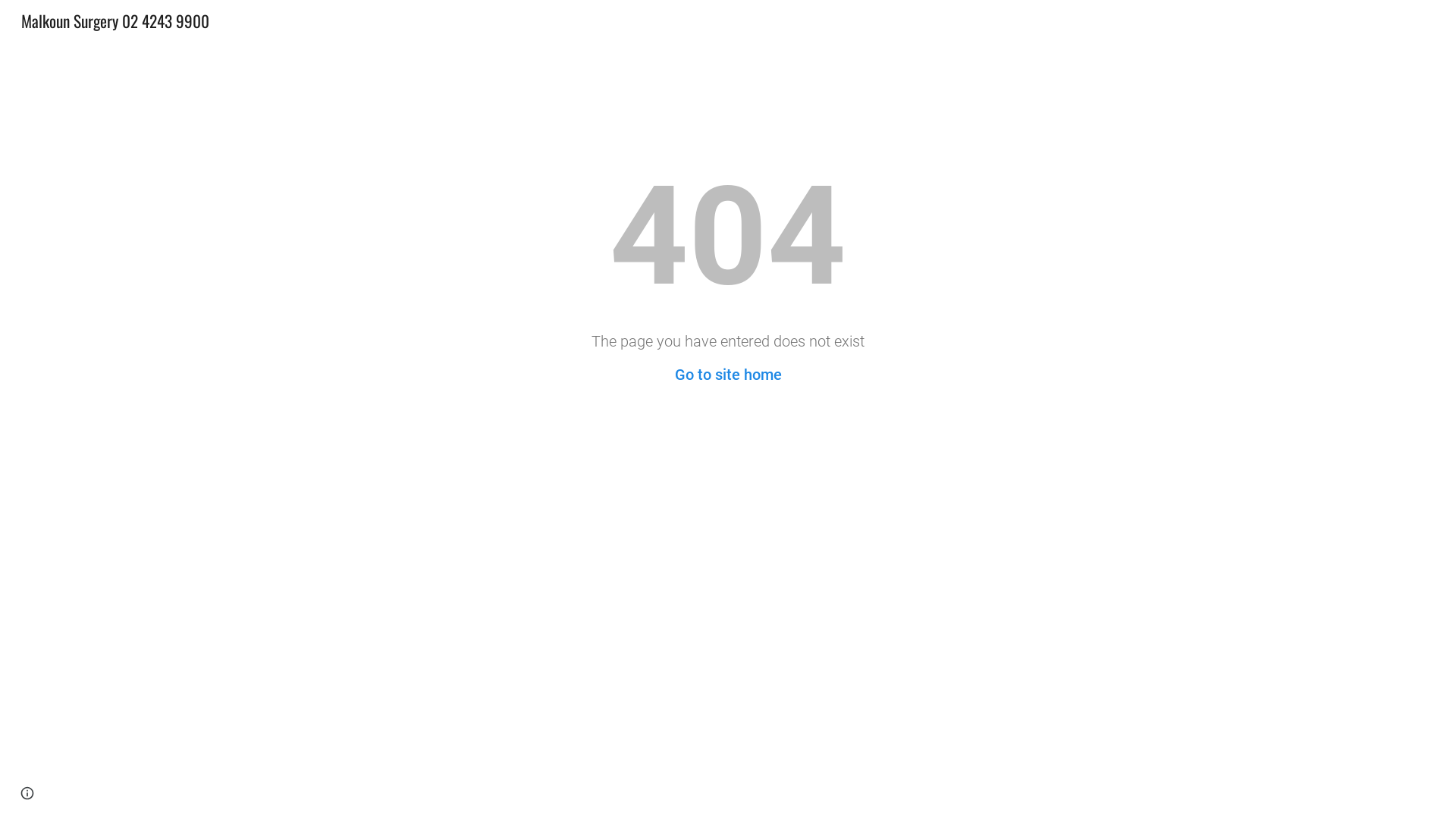 Image resolution: width=1456 pixels, height=819 pixels. Describe the element at coordinates (728, 374) in the screenshot. I see `'Go to site home'` at that location.